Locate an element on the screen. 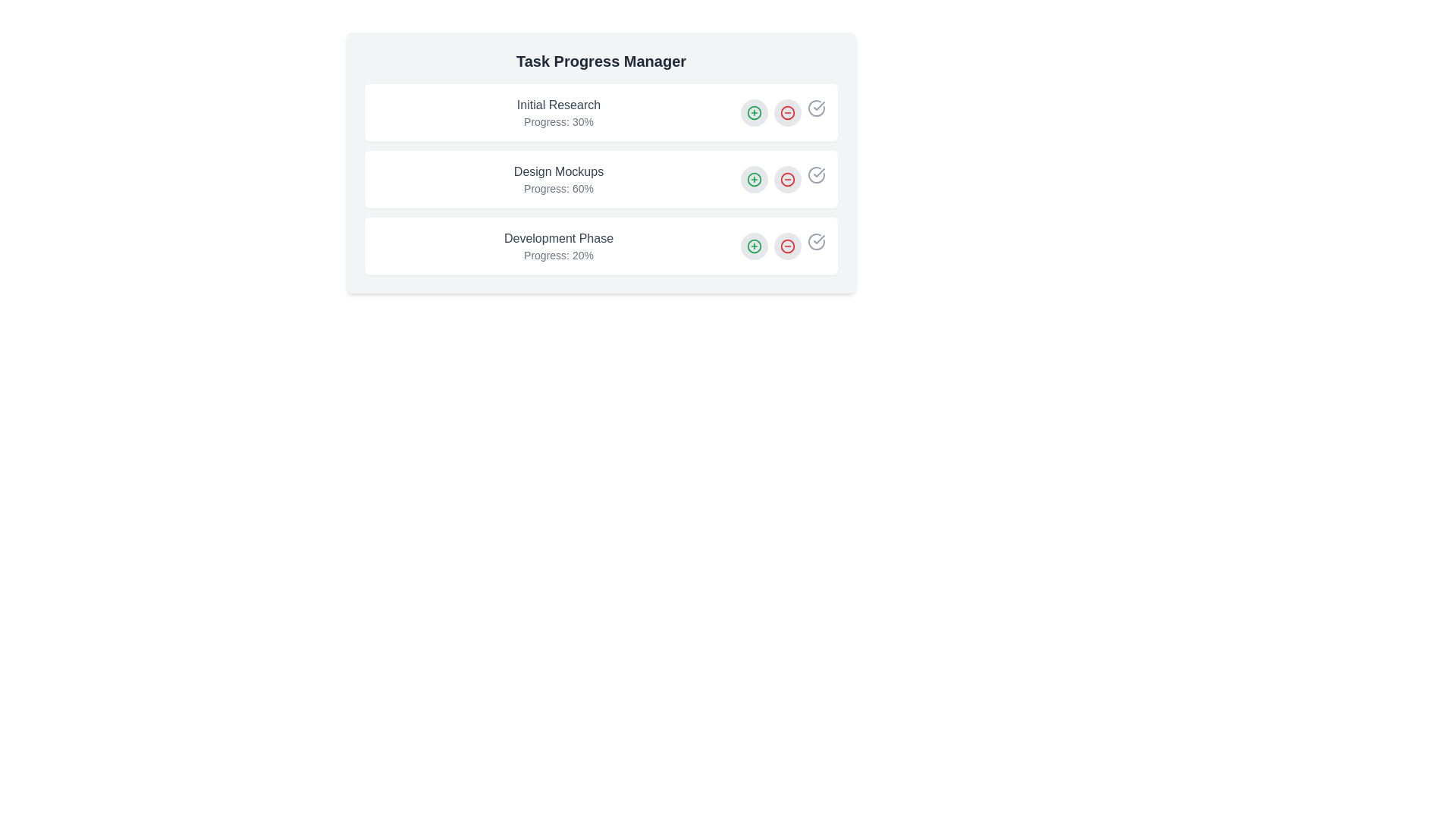 The height and width of the screenshot is (819, 1456). text content displayed in the text label showing 'Development Phase' and its progress '20%' is located at coordinates (558, 245).